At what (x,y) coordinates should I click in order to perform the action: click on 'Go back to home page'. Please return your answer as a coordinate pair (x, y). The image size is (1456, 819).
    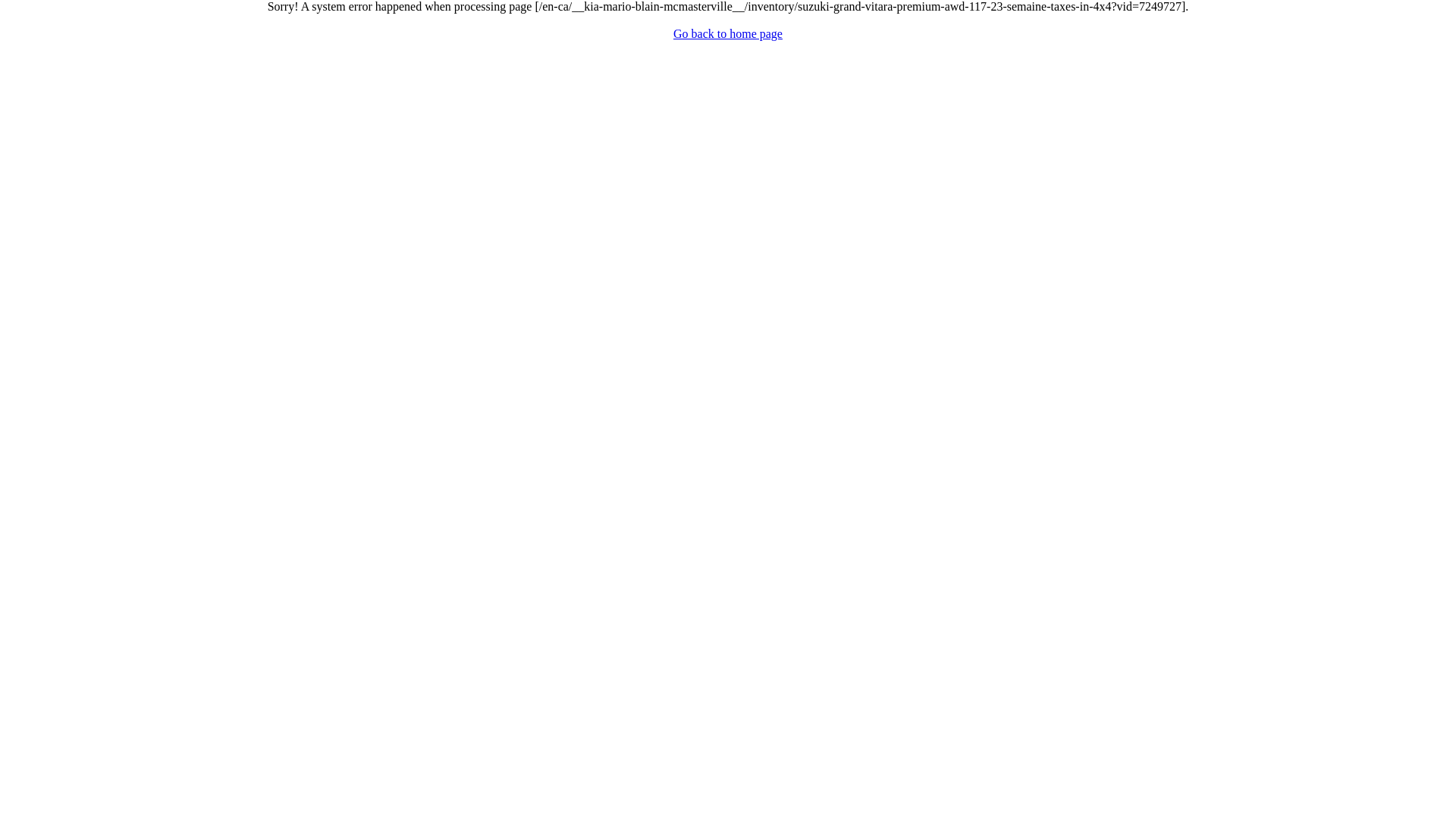
    Looking at the image, I should click on (673, 33).